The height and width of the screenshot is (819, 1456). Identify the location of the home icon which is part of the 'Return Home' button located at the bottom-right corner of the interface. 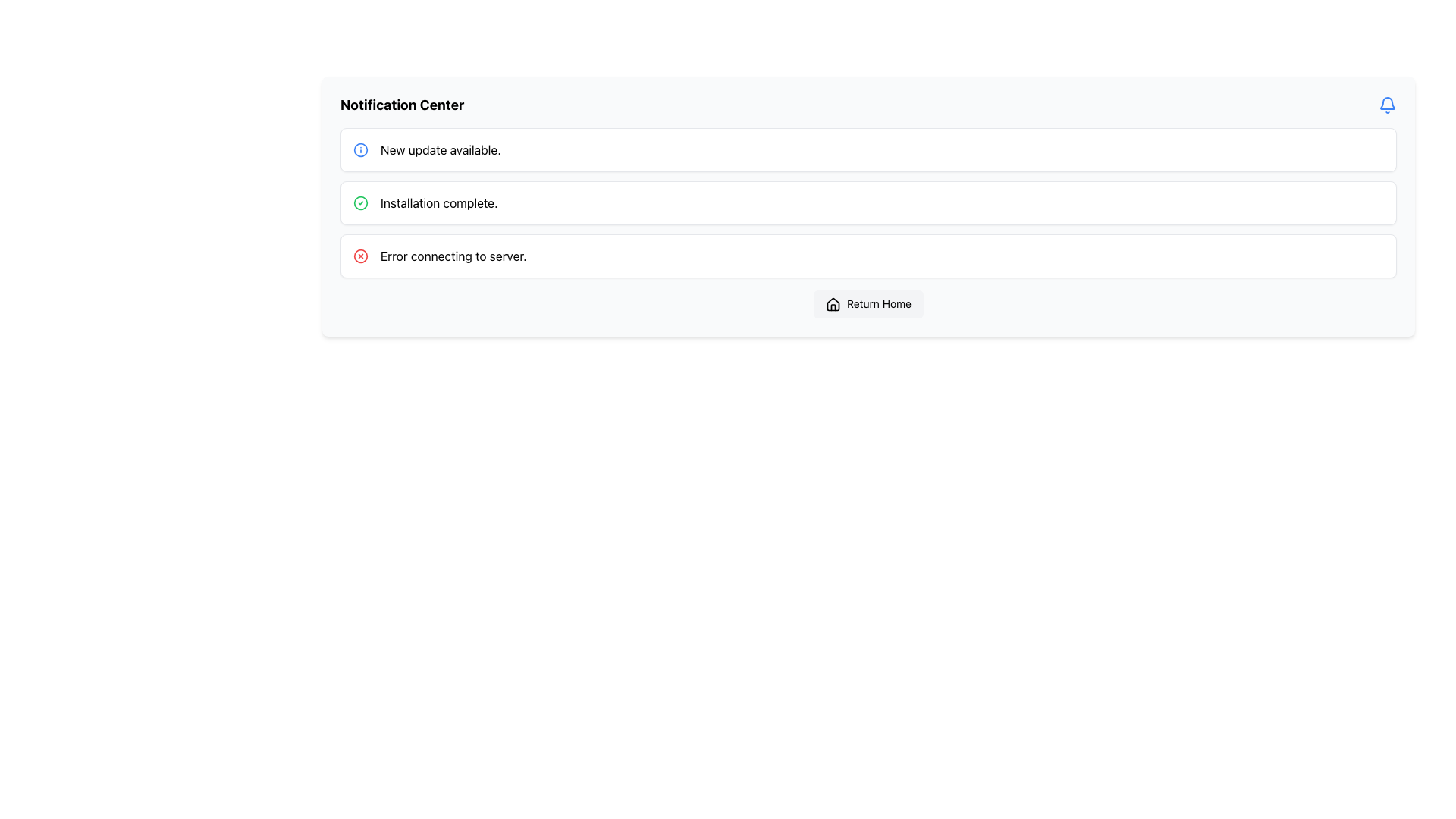
(833, 305).